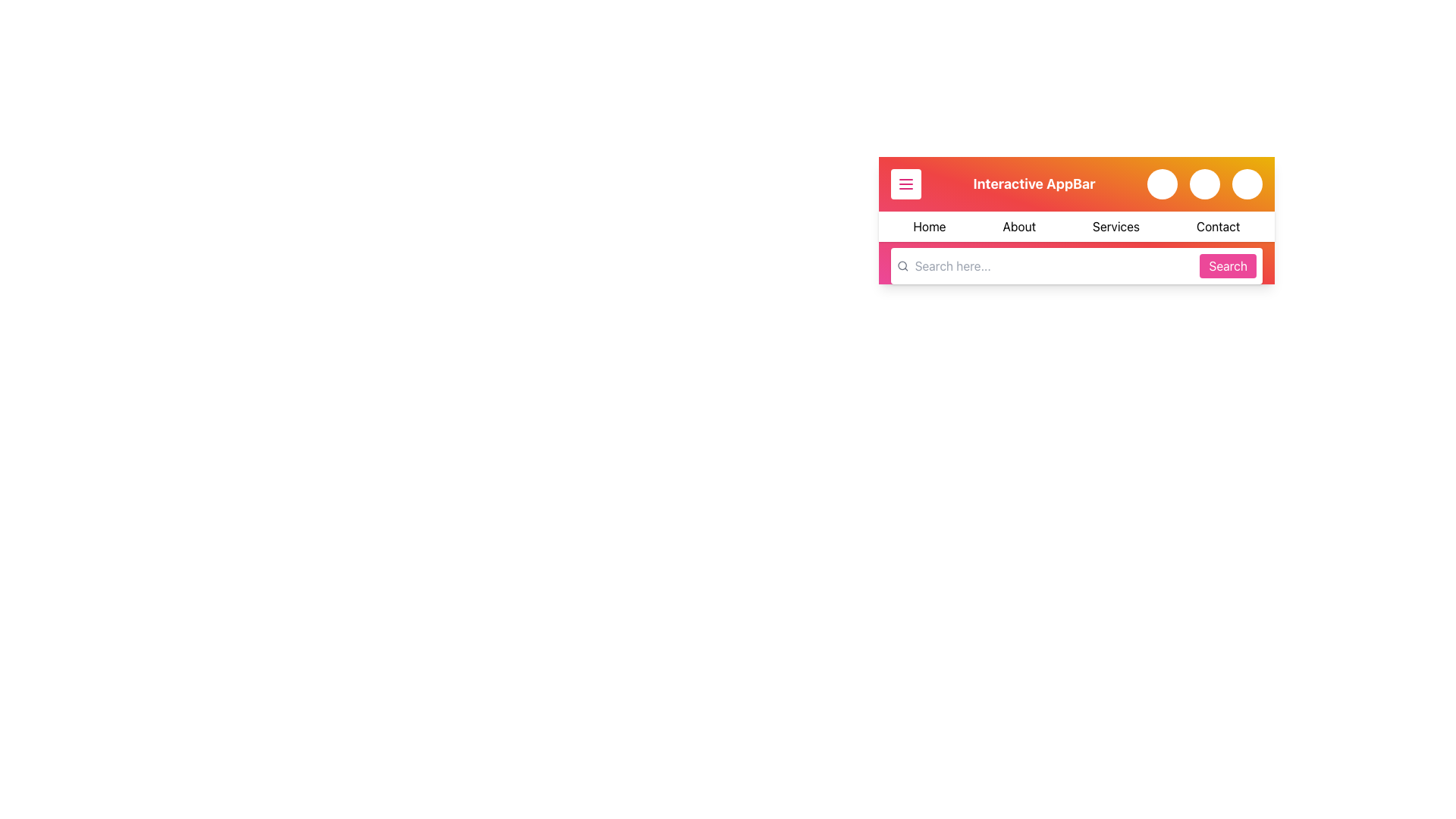 The image size is (1456, 819). Describe the element at coordinates (906, 184) in the screenshot. I see `the rectangular button with a pink hamburger menu icon on the left side of the navigation bar` at that location.